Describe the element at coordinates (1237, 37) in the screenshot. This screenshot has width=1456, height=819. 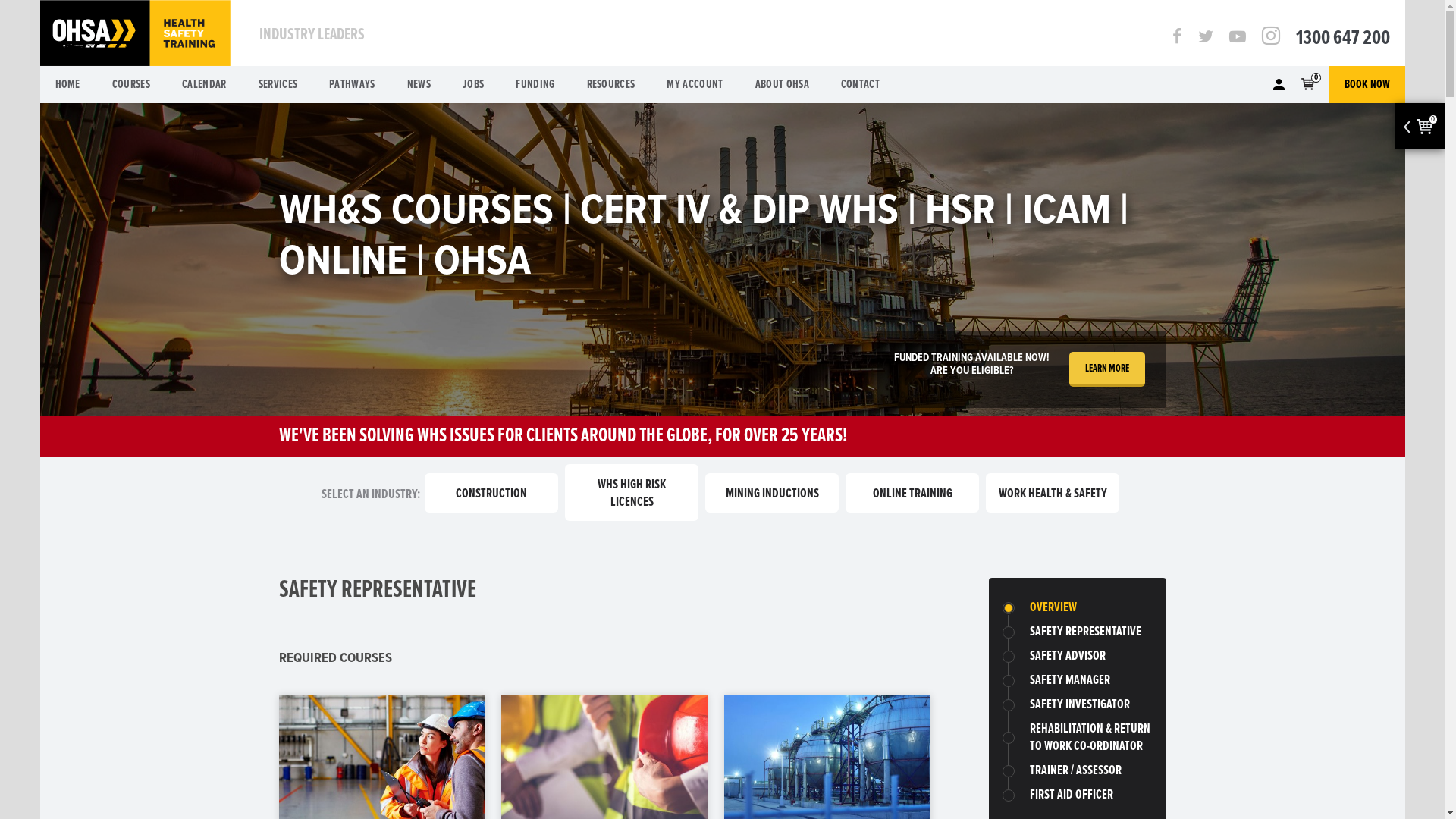
I see `'Youtube'` at that location.